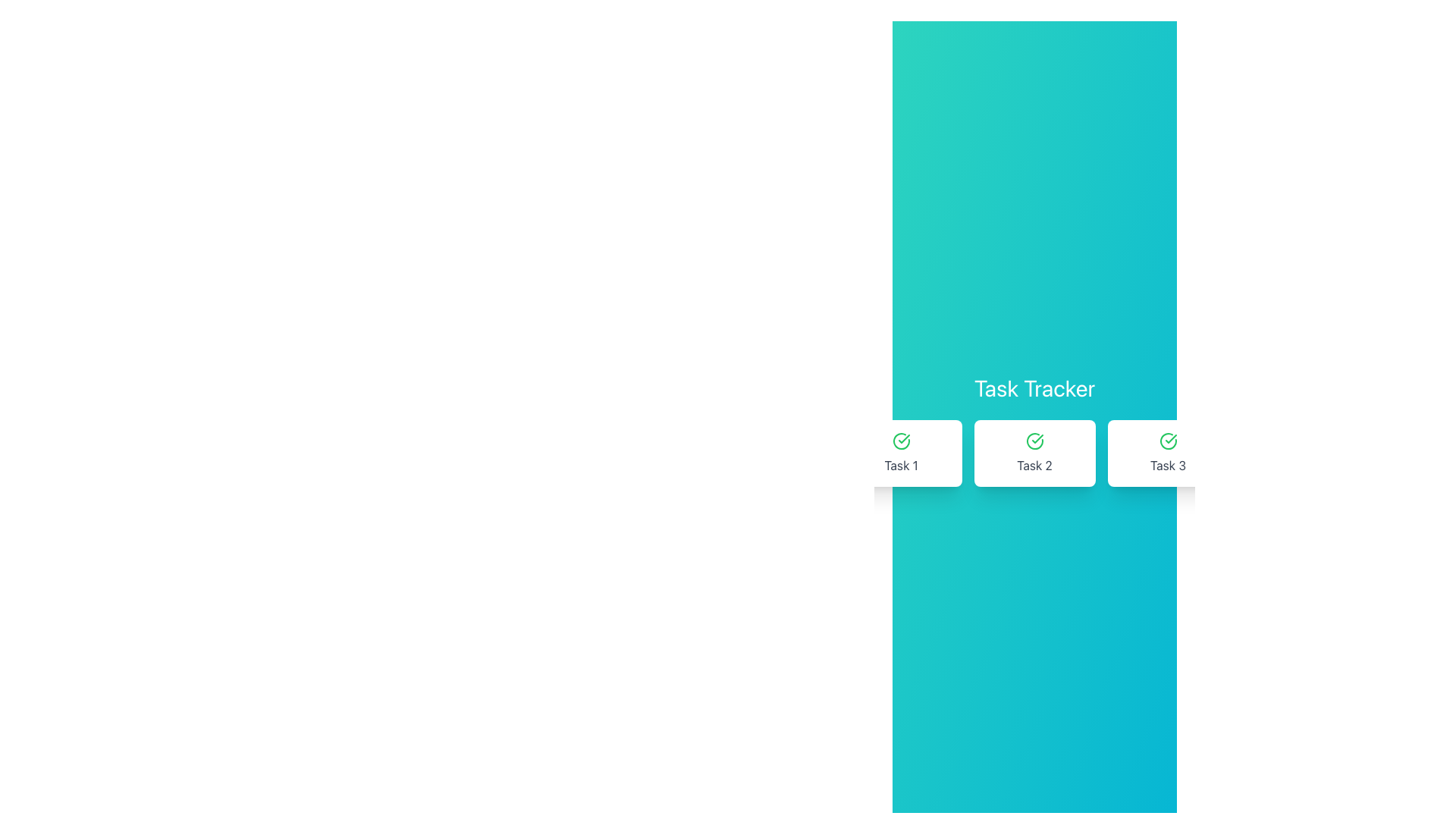 The width and height of the screenshot is (1456, 819). I want to click on the title text element that indicates the purpose of the task management interface to trigger a tooltip or visual effect, so click(1034, 388).